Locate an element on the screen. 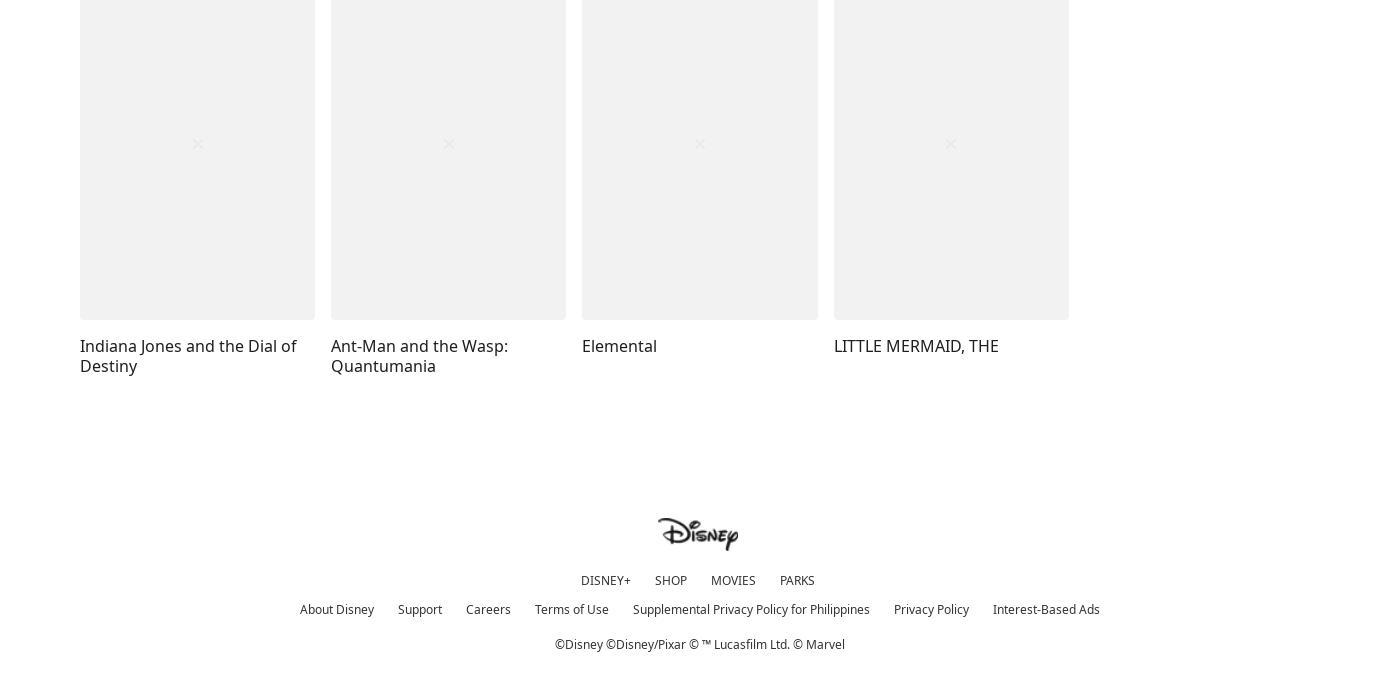  'Indiana Jones and the Dial of Destiny' is located at coordinates (188, 355).